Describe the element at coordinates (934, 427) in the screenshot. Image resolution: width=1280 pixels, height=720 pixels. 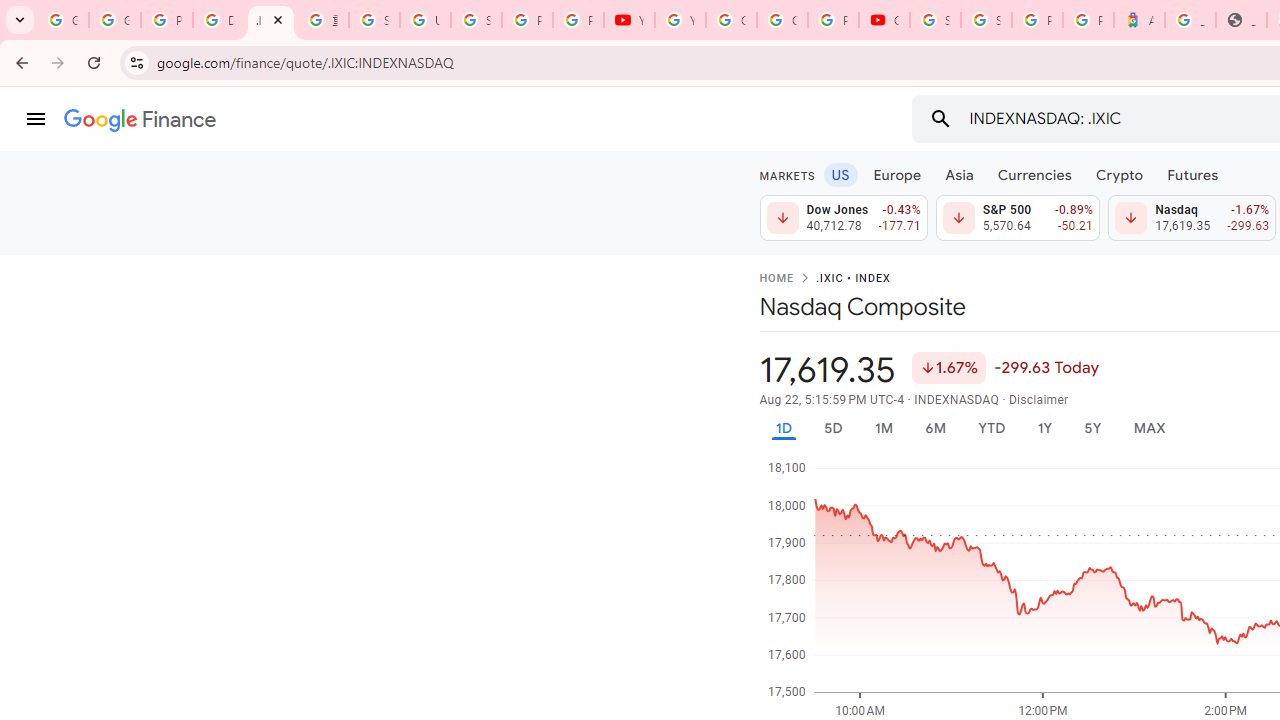
I see `'6M'` at that location.